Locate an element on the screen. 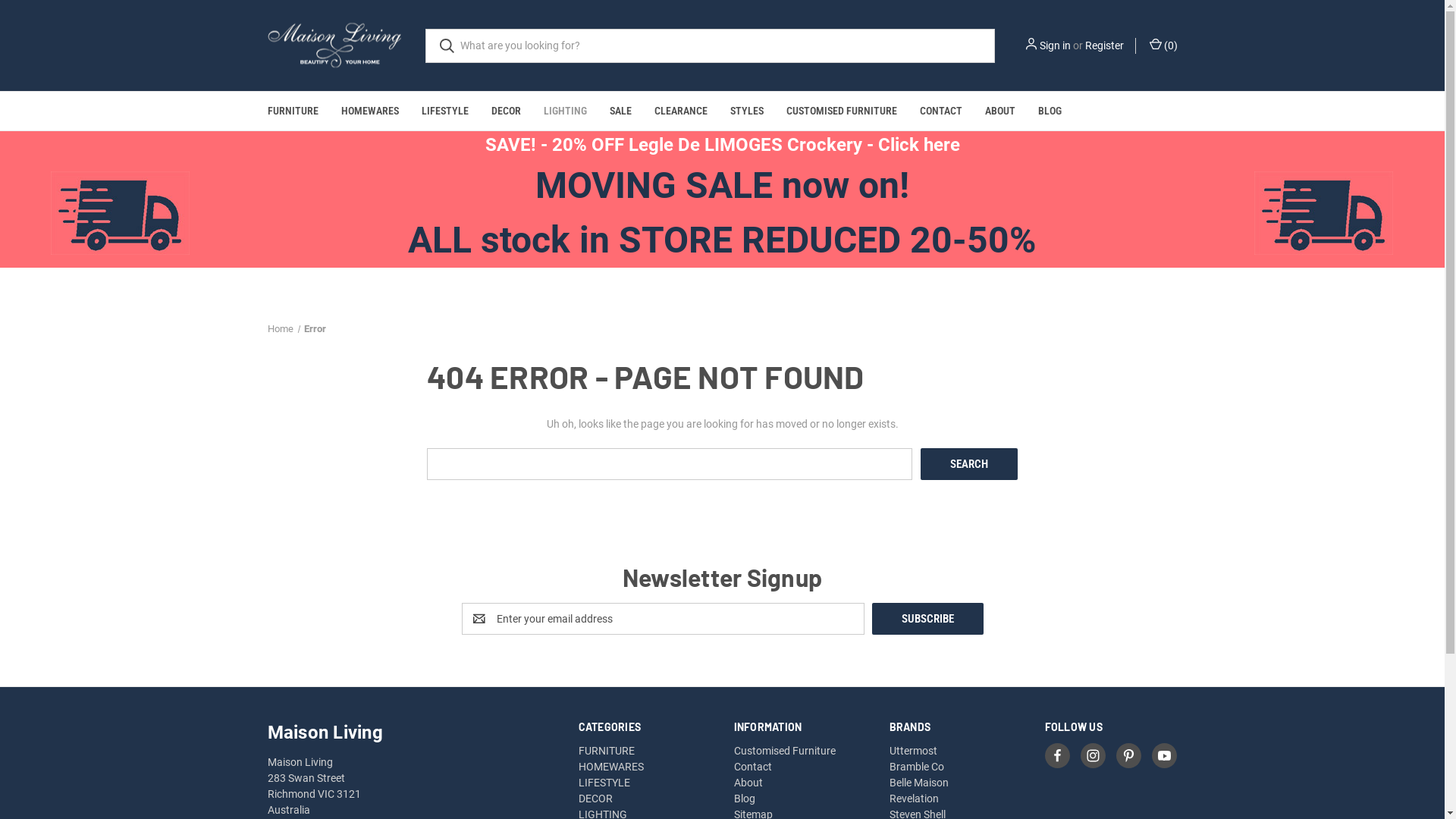  'Register' is located at coordinates (1103, 45).